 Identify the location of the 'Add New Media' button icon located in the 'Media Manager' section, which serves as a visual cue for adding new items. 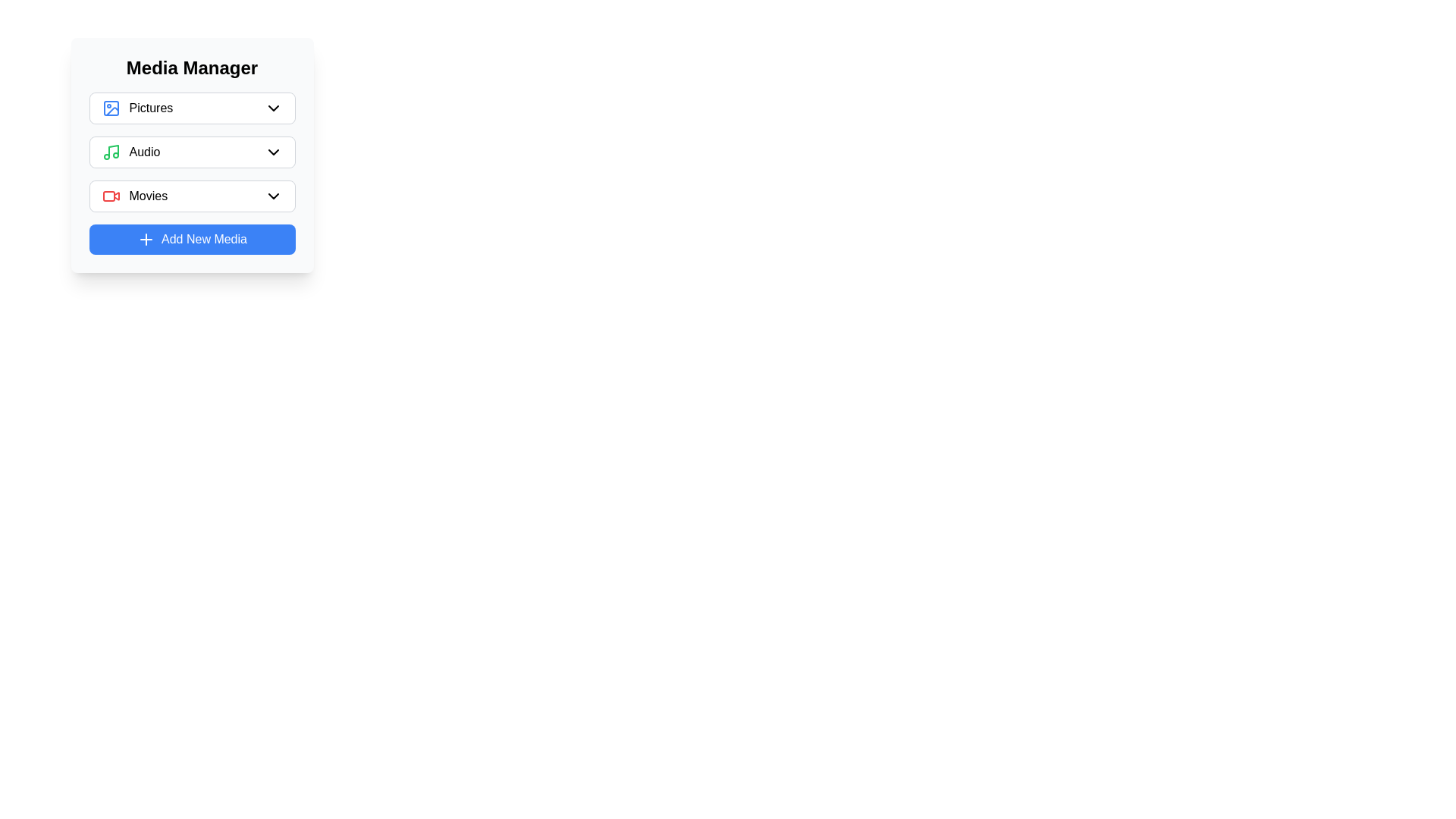
(146, 239).